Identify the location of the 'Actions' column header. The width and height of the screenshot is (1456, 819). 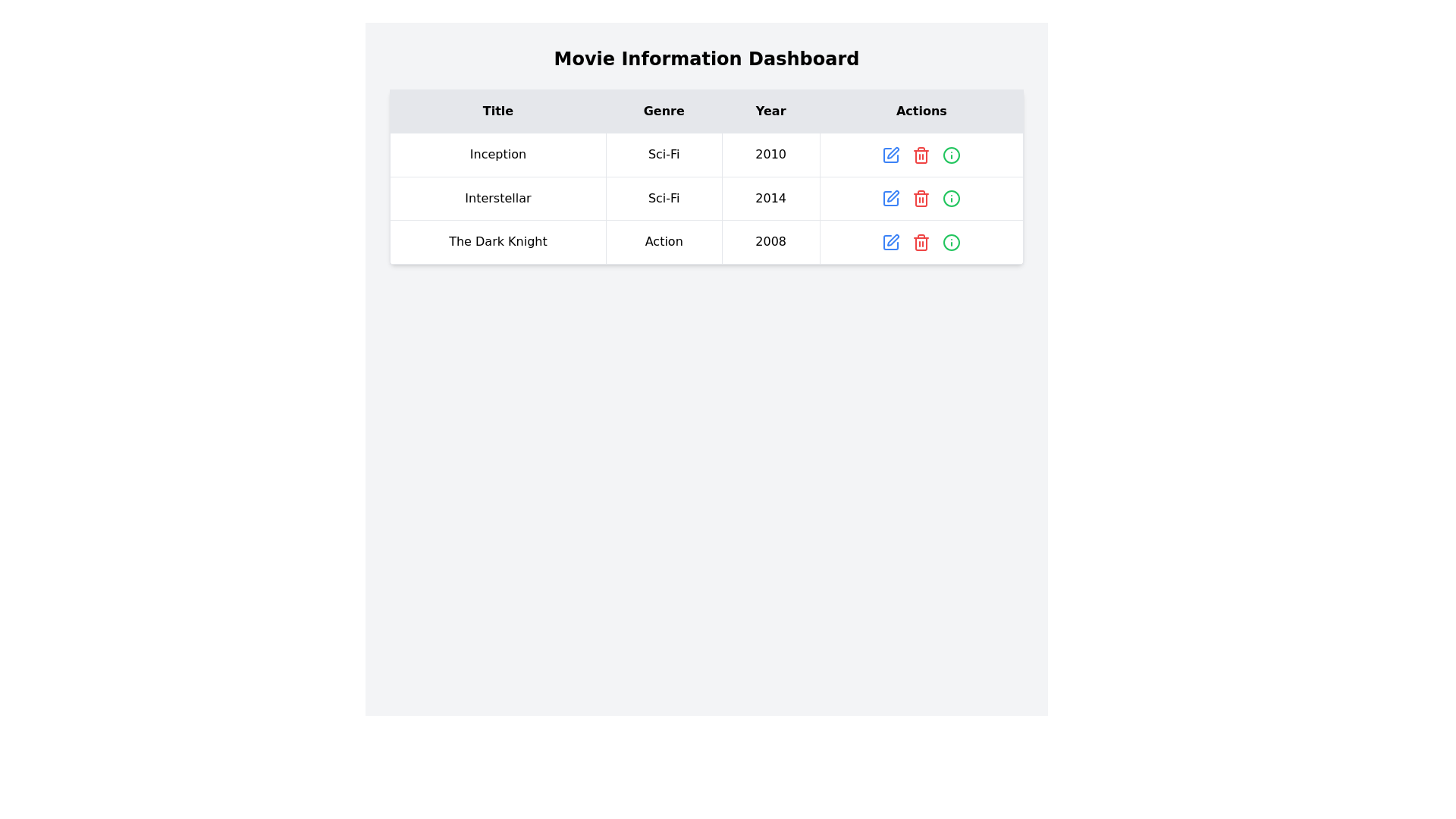
(921, 110).